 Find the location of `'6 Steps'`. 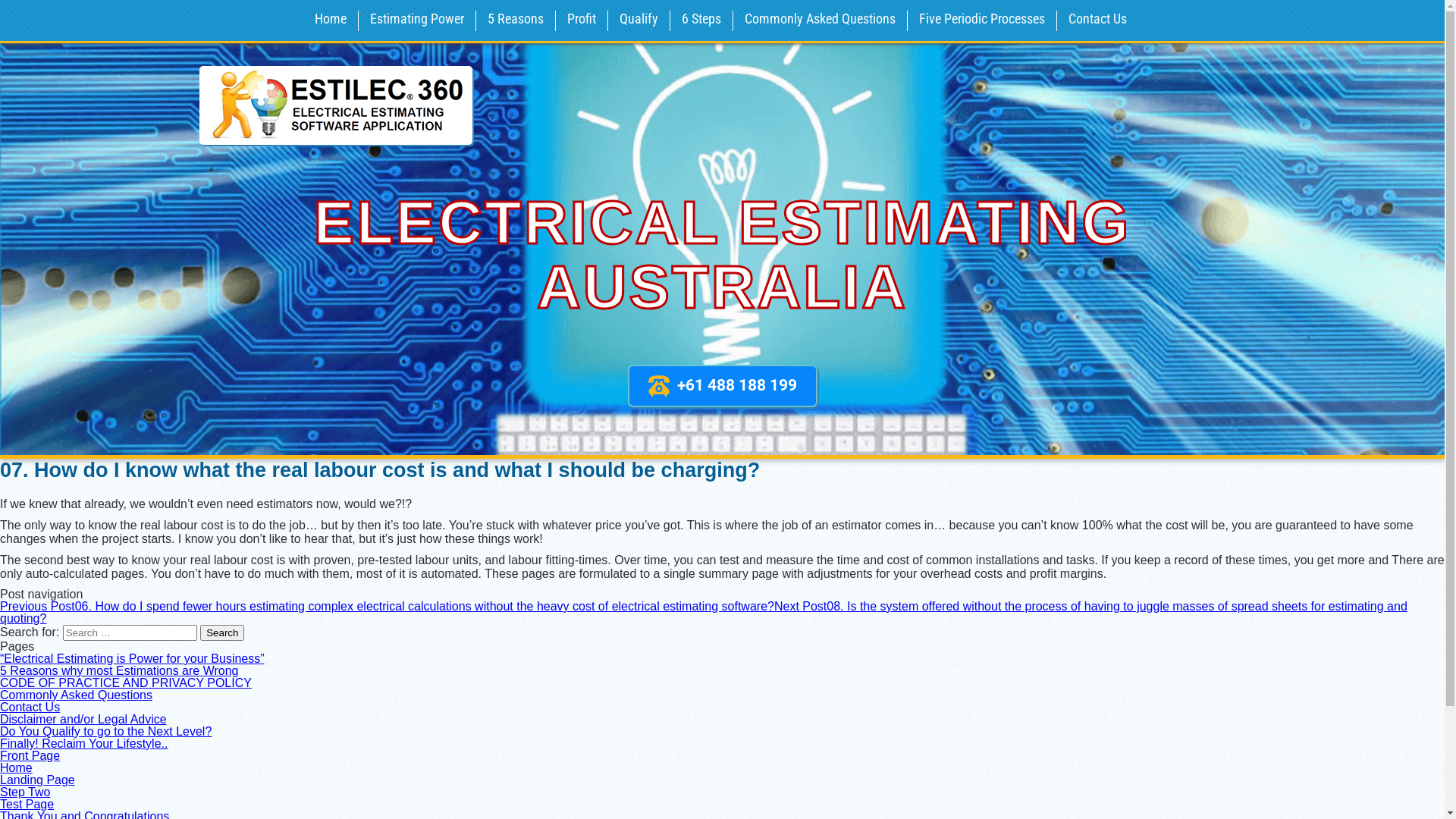

'6 Steps' is located at coordinates (701, 20).